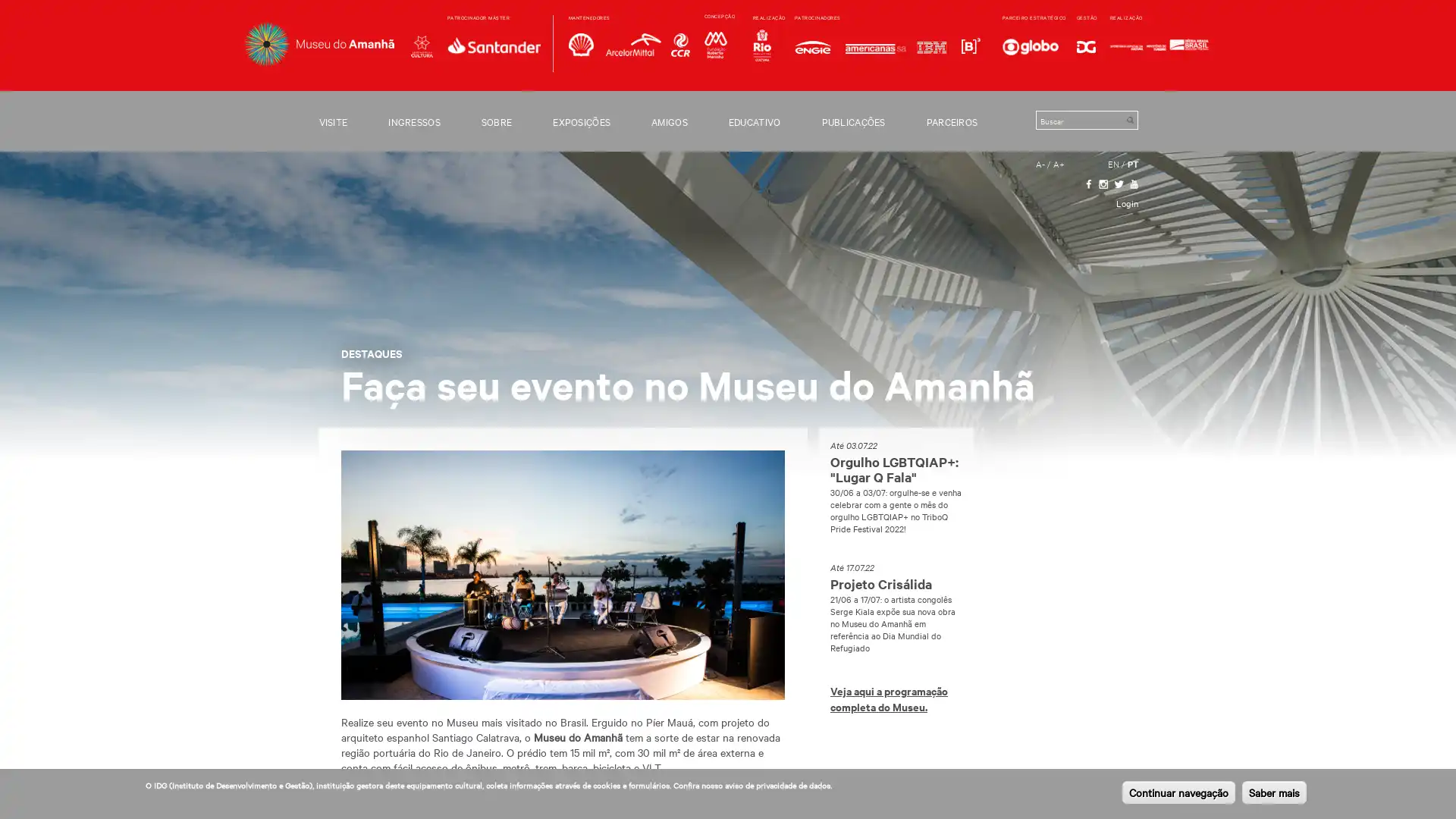  I want to click on Continuar navegacao, so click(1178, 792).